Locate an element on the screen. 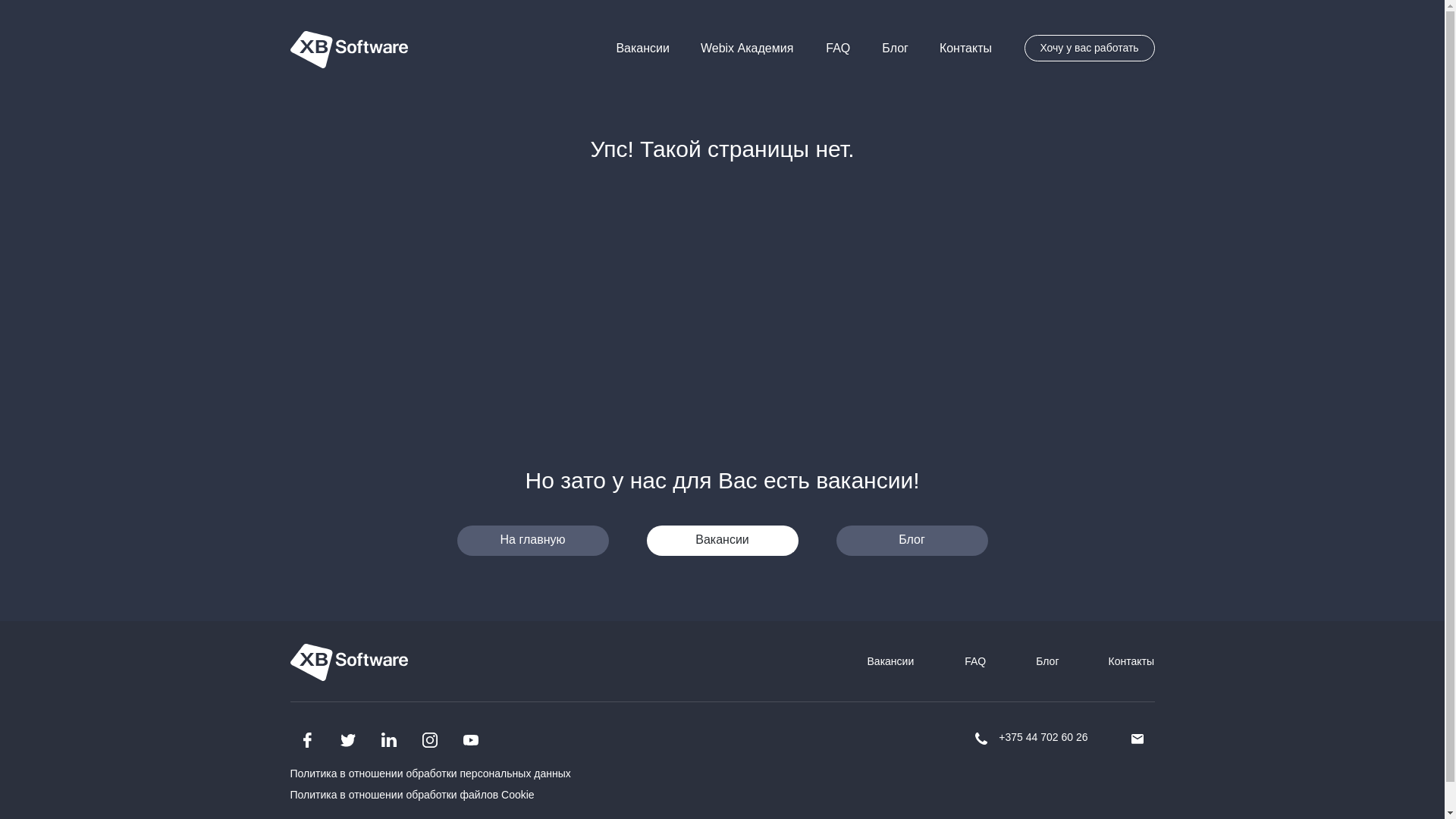 The width and height of the screenshot is (1456, 819). 'FAQ' is located at coordinates (975, 660).